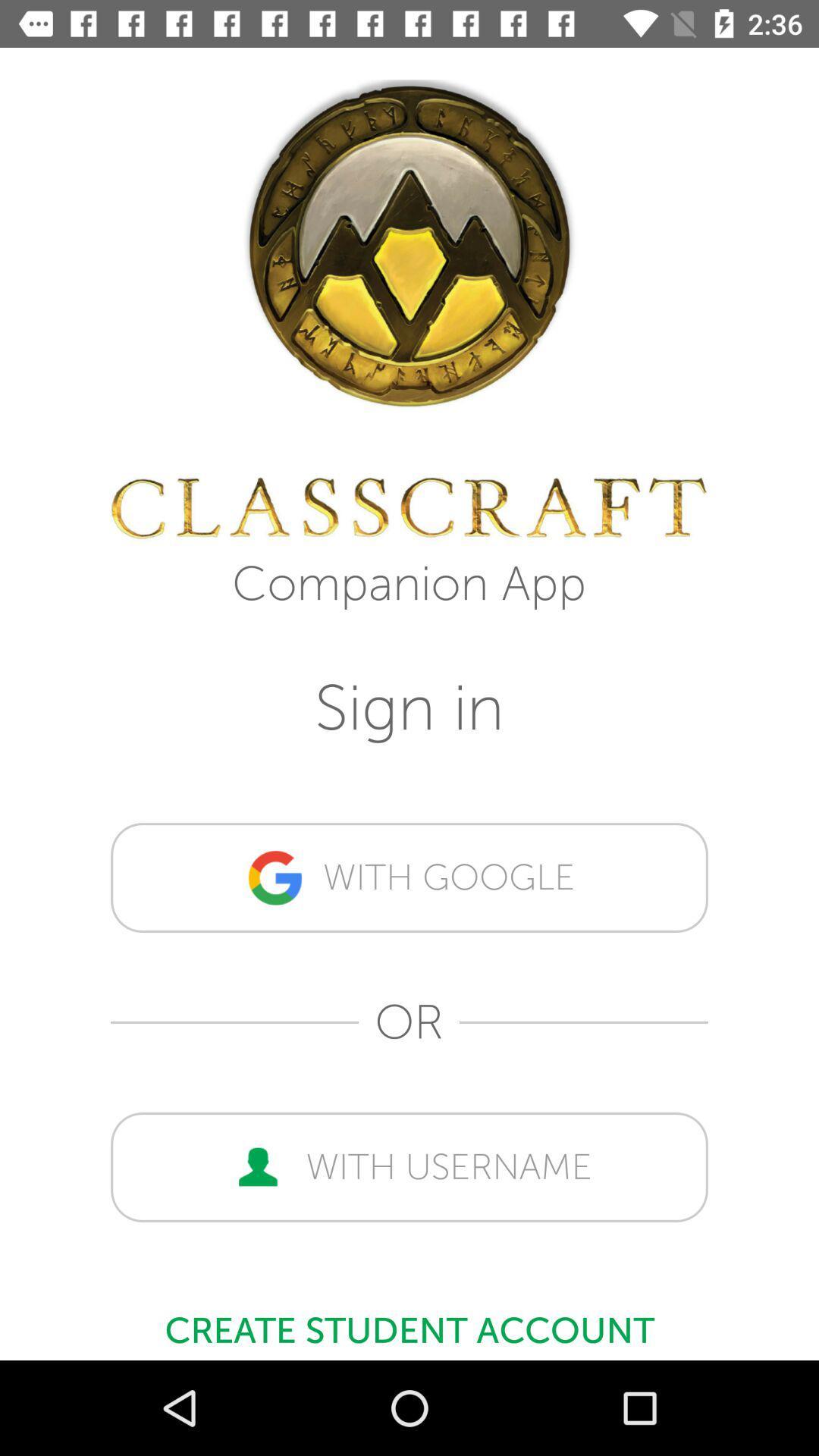 This screenshot has height=1456, width=819. What do you see at coordinates (409, 1322) in the screenshot?
I see `create student account item` at bounding box center [409, 1322].